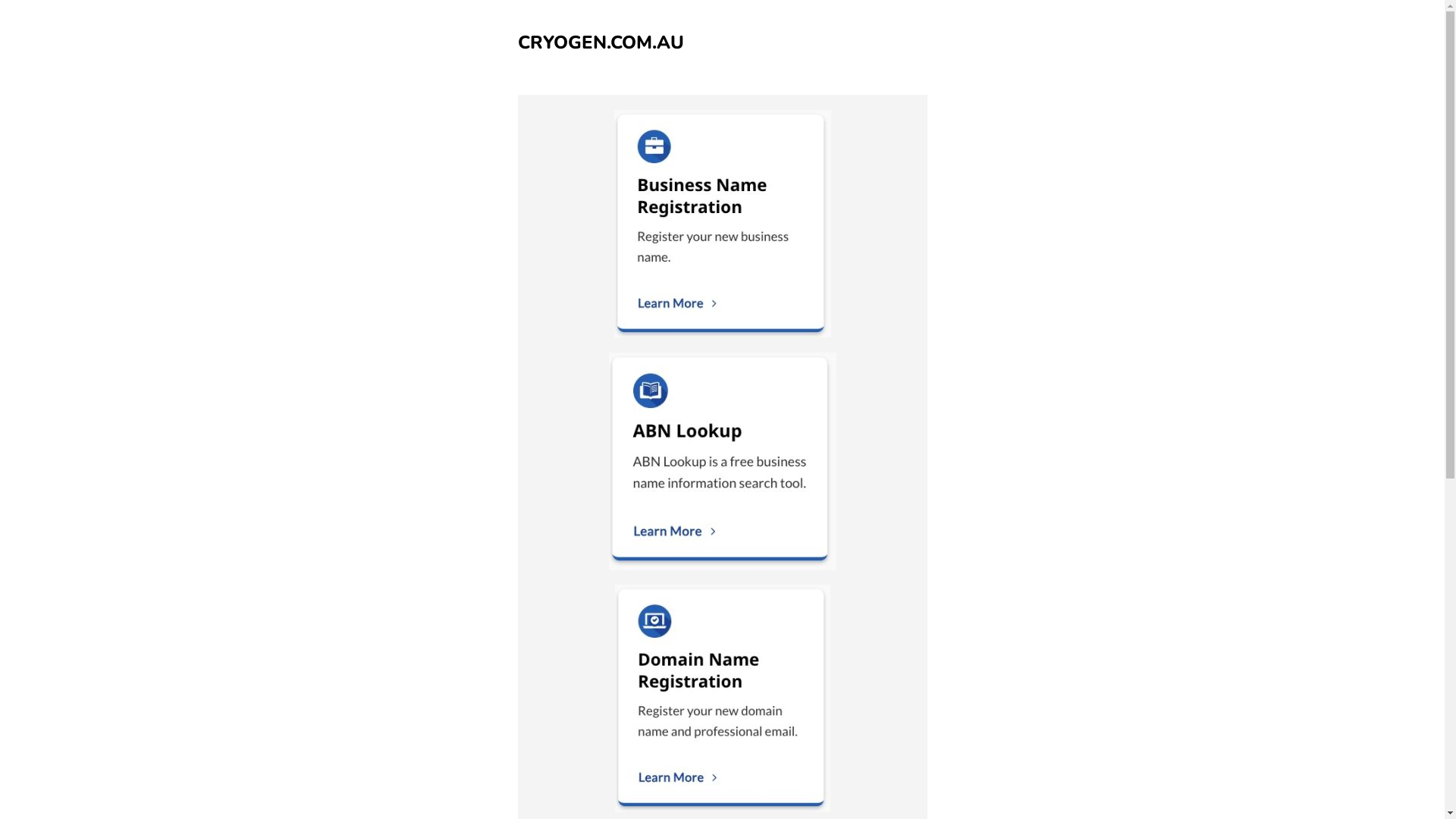  What do you see at coordinates (599, 42) in the screenshot?
I see `'CRYOGEN.COM.AU'` at bounding box center [599, 42].